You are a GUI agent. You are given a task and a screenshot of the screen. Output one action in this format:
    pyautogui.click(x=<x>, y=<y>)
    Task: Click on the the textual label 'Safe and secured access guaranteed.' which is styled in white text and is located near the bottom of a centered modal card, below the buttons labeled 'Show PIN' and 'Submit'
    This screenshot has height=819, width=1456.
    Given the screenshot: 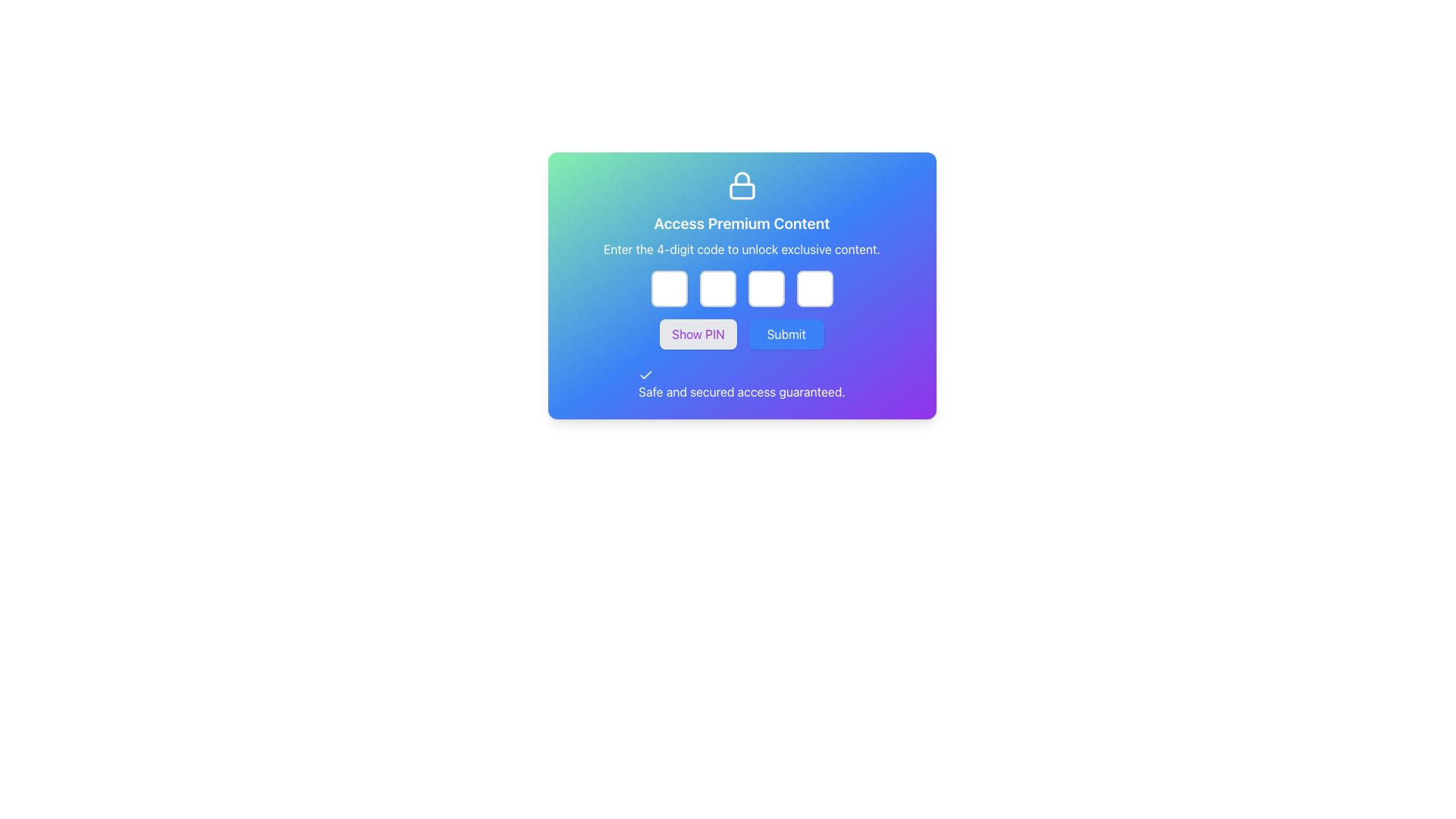 What is the action you would take?
    pyautogui.click(x=742, y=383)
    